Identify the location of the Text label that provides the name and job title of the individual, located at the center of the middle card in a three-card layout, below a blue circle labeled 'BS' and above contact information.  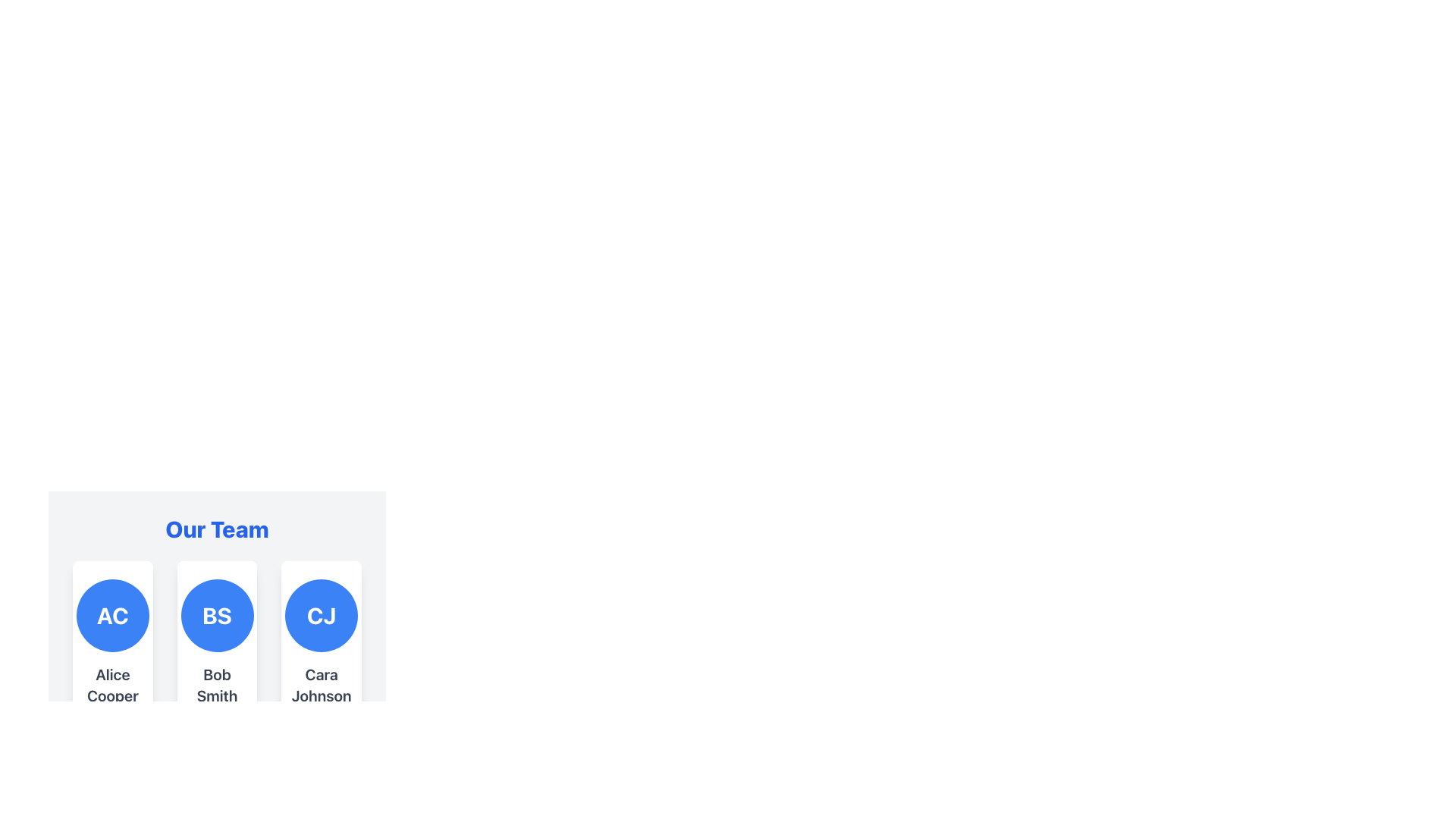
(216, 694).